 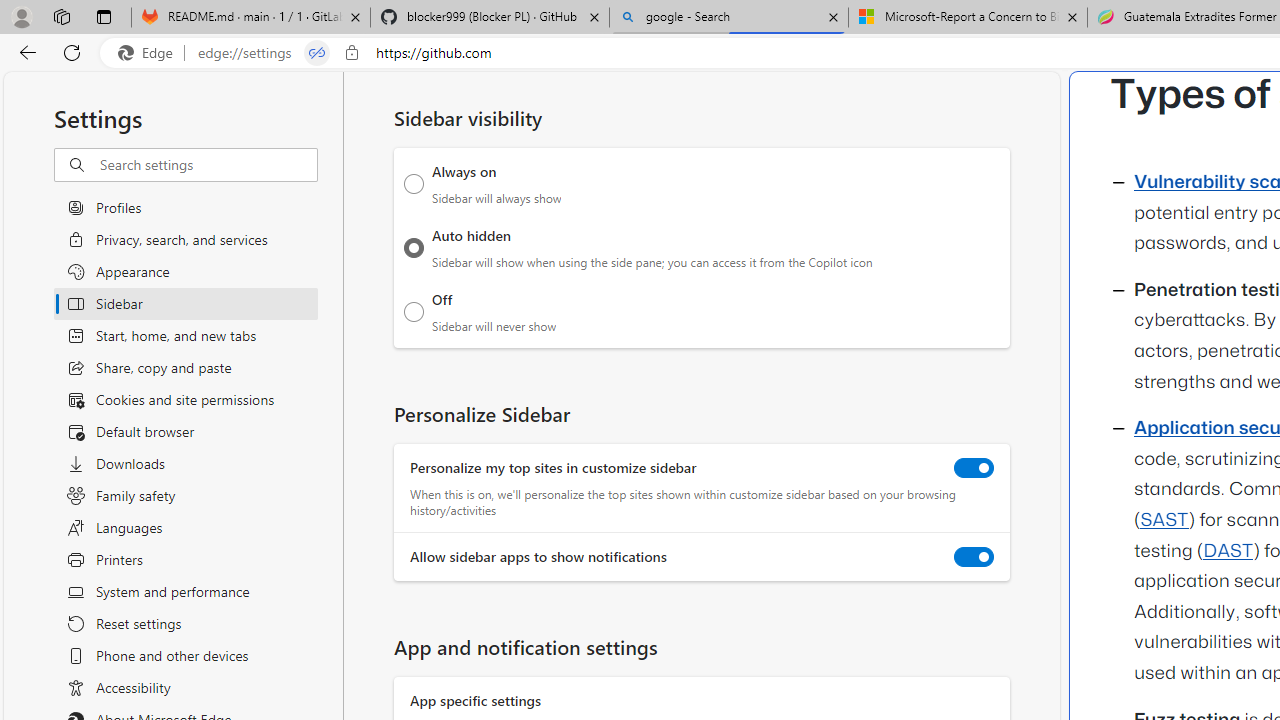 What do you see at coordinates (728, 17) in the screenshot?
I see `'google - Search'` at bounding box center [728, 17].